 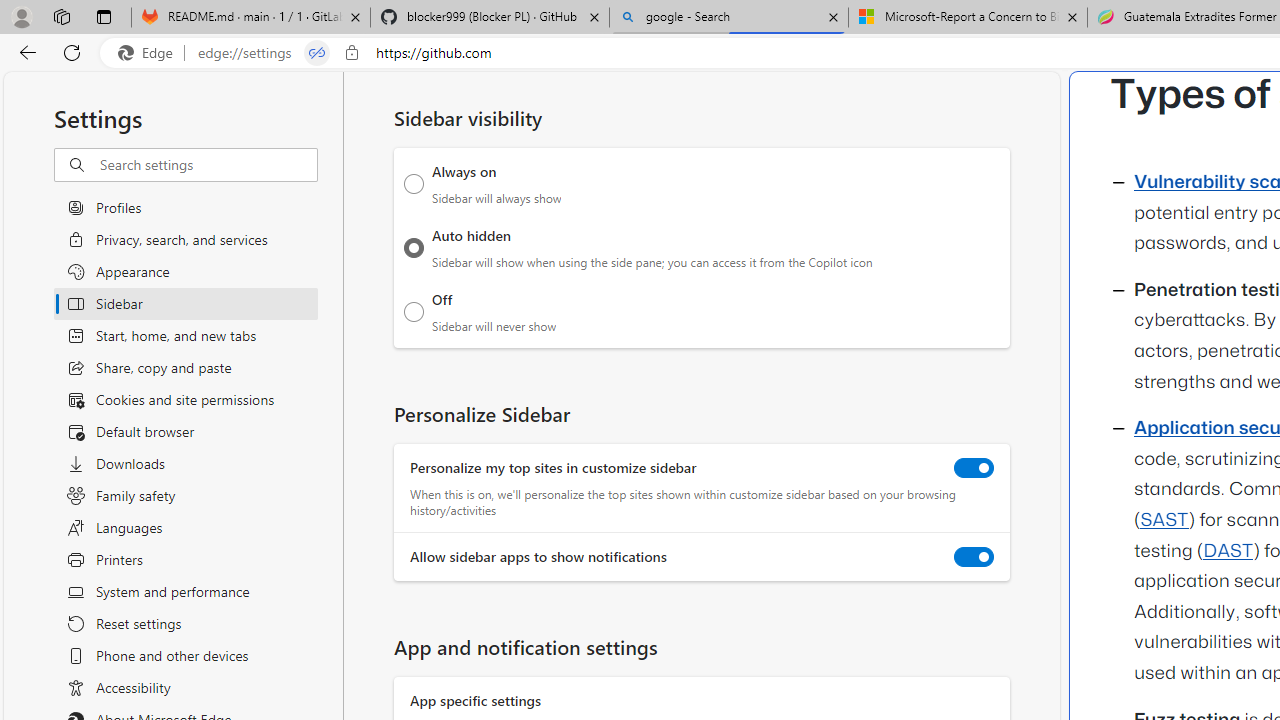 What do you see at coordinates (728, 17) in the screenshot?
I see `'google - Search'` at bounding box center [728, 17].